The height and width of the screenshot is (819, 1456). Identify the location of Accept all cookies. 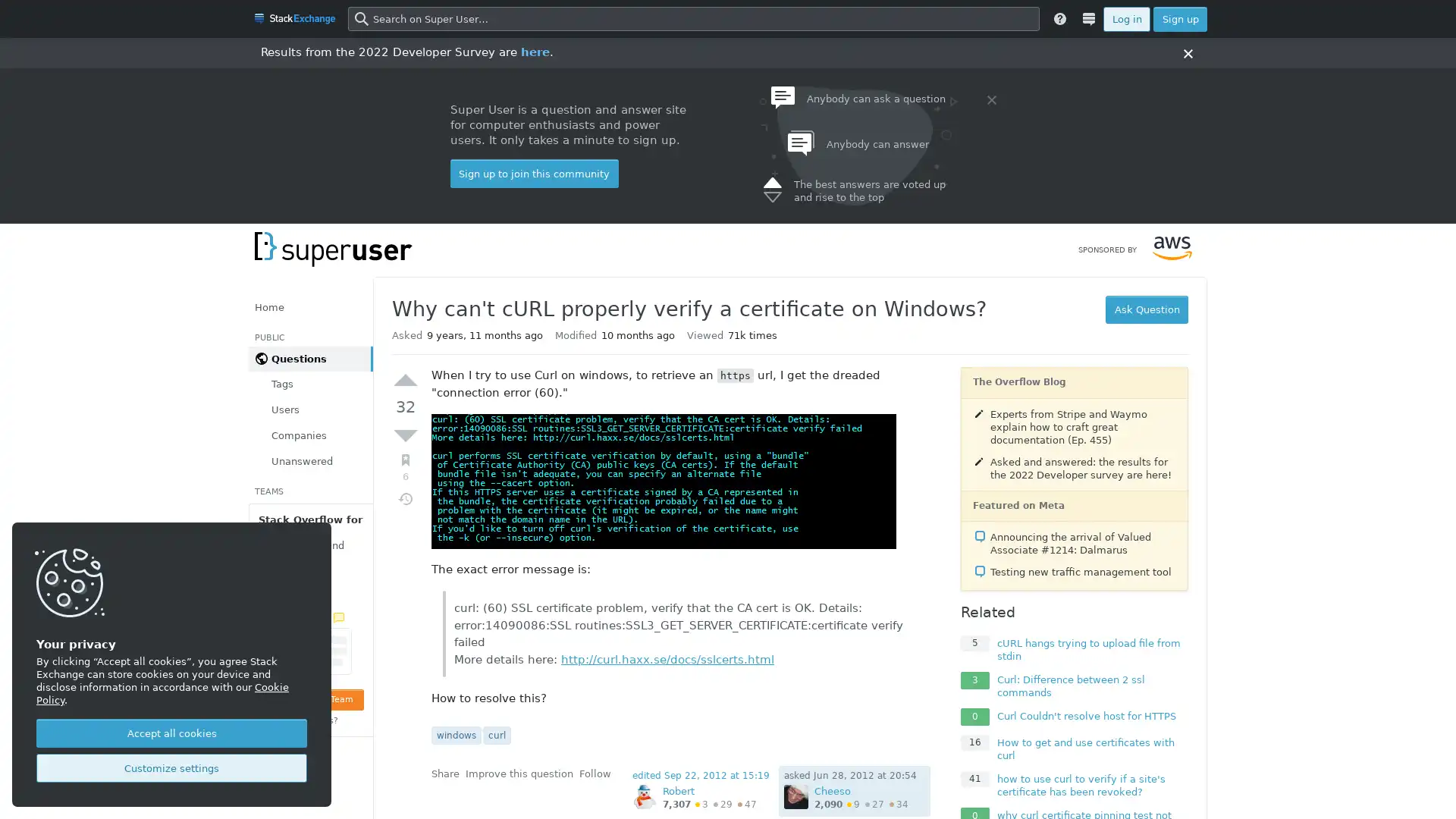
(171, 733).